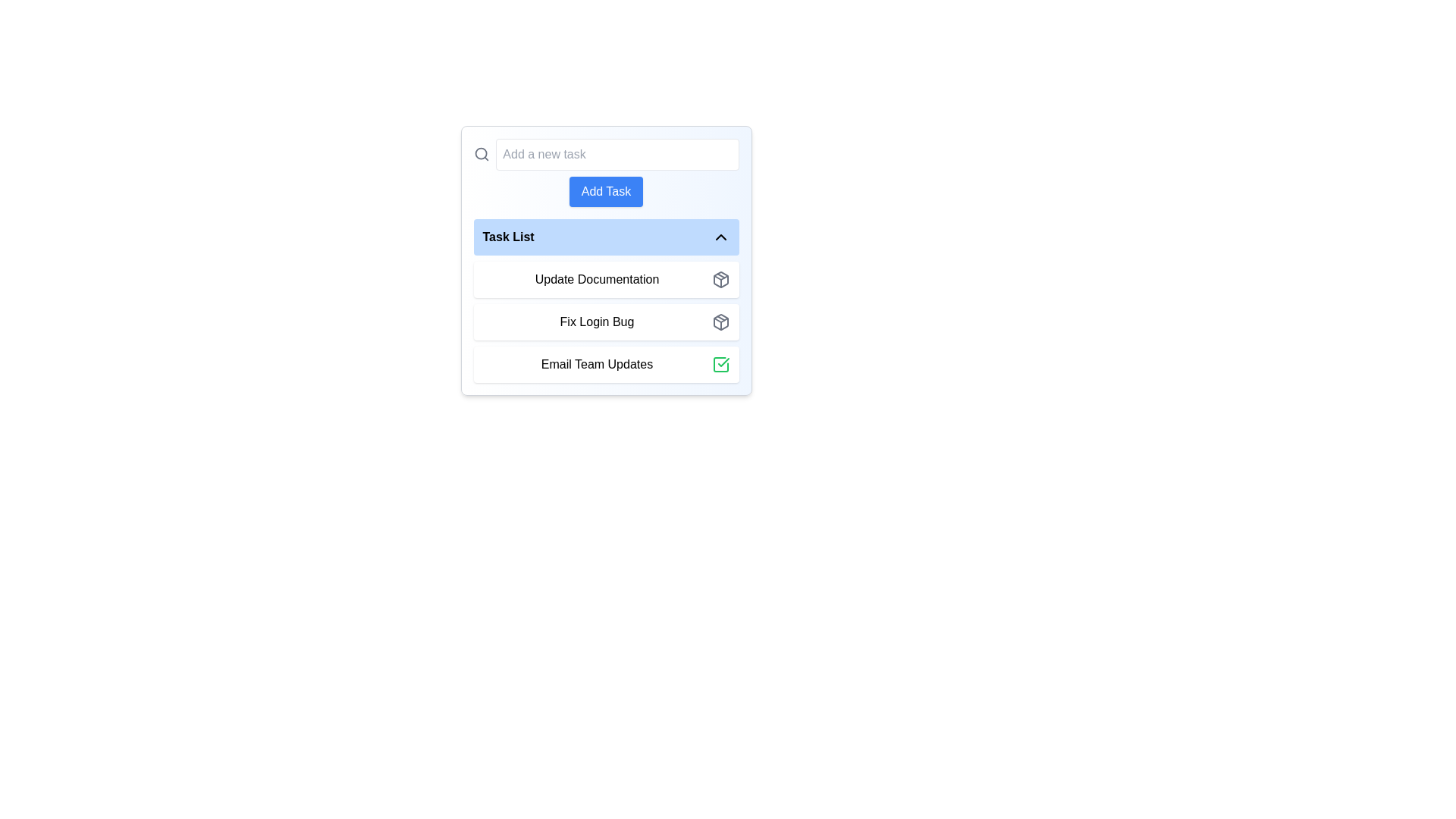  I want to click on the Chevron Up icon located to the right of the 'Task List' label, so click(720, 237).